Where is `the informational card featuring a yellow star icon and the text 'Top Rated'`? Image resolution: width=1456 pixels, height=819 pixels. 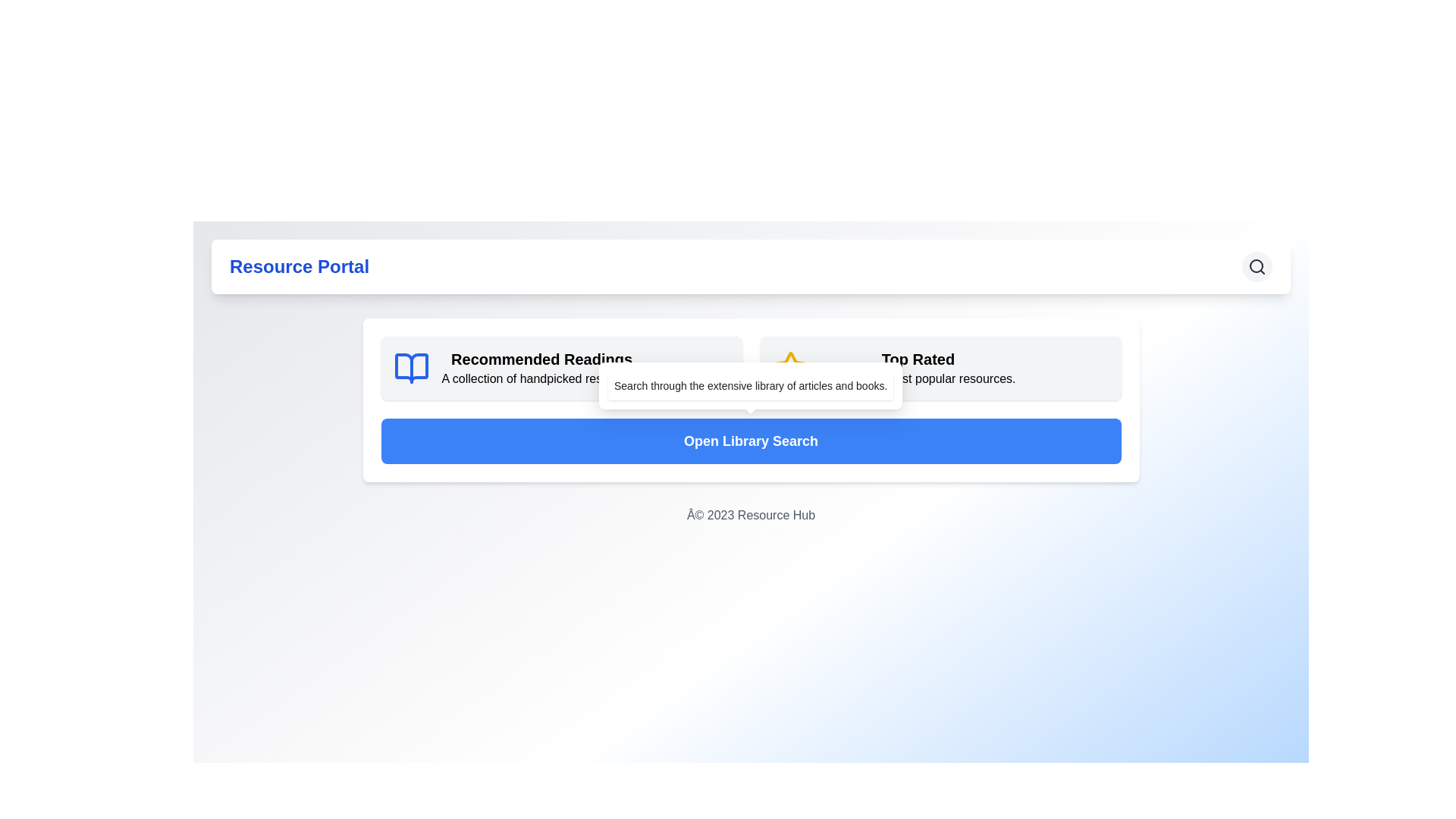 the informational card featuring a yellow star icon and the text 'Top Rated' is located at coordinates (940, 369).